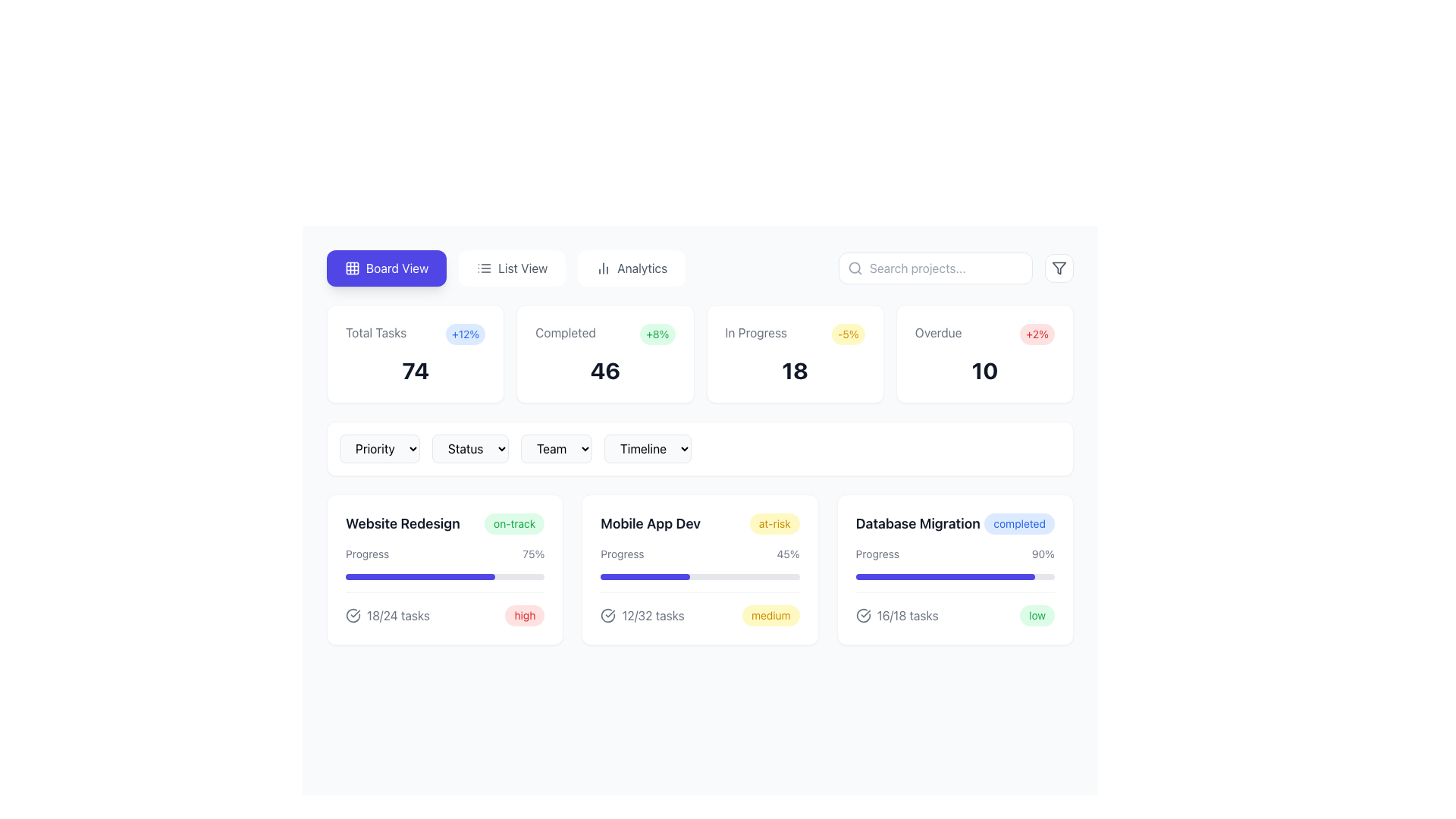 The height and width of the screenshot is (819, 1456). I want to click on the text label within the navigation button that directs users to the analytics section, located between a bar chart icon and a search bar, so click(642, 268).